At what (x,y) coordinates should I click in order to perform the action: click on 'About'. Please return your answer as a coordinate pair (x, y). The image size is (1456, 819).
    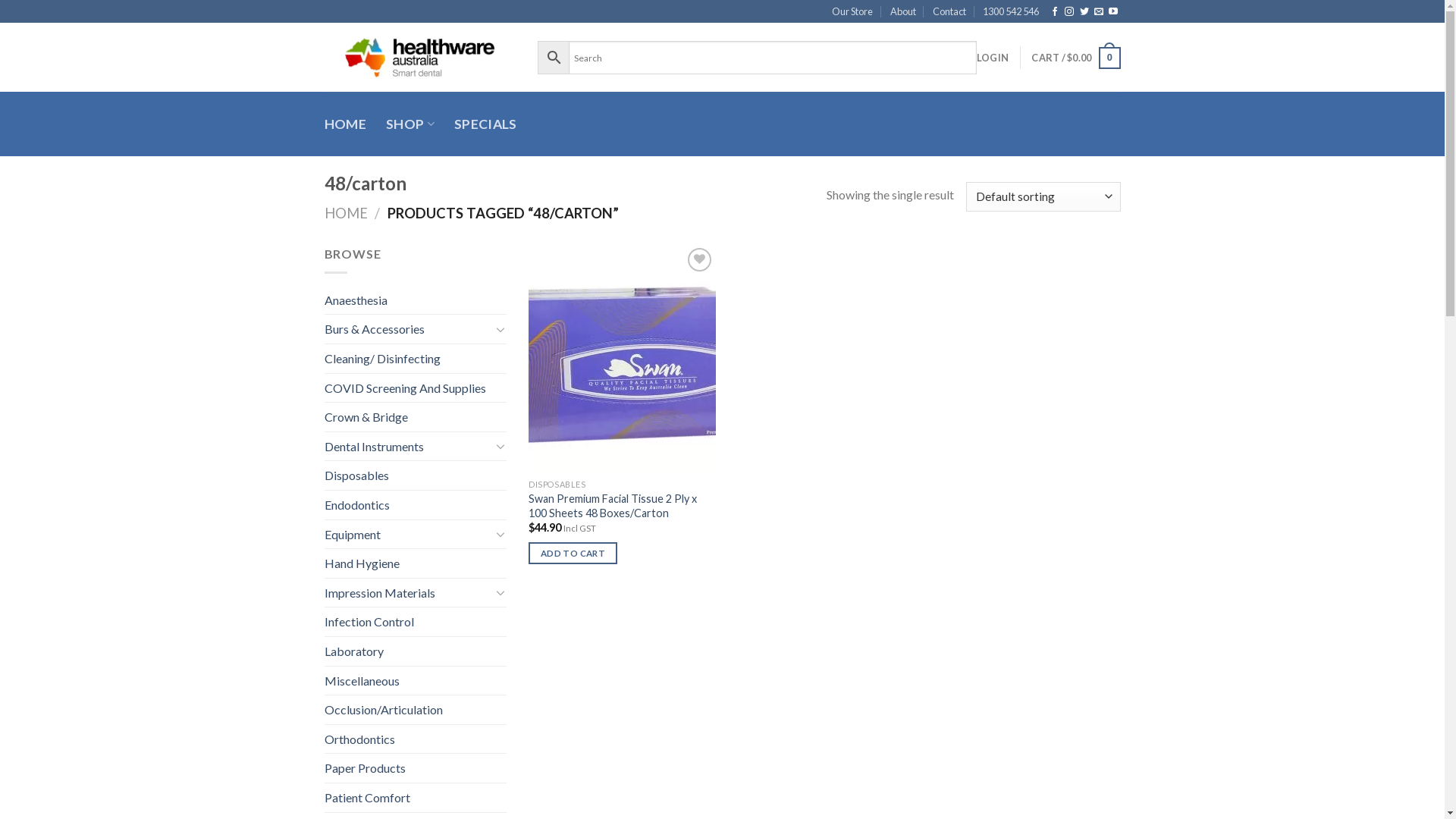
    Looking at the image, I should click on (902, 11).